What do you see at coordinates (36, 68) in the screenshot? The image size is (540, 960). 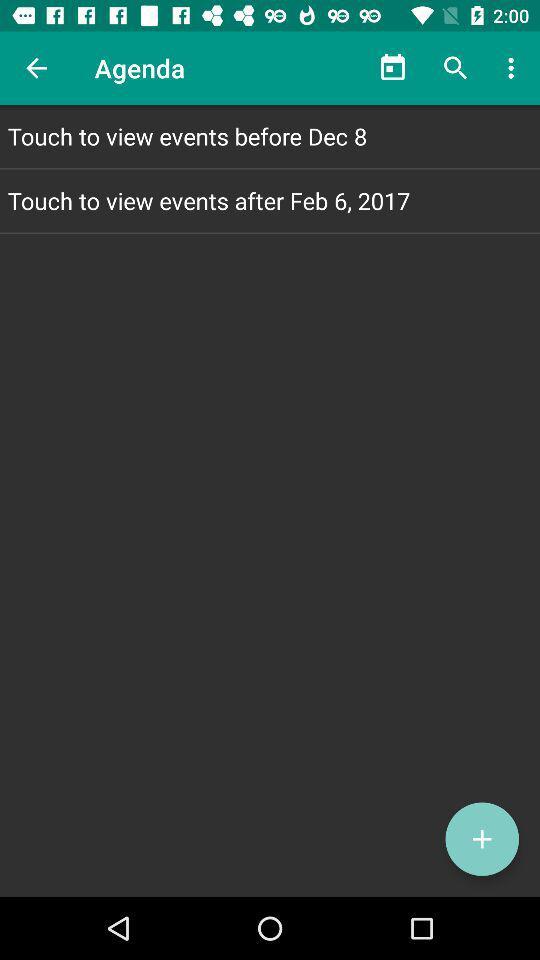 I see `item to the left of agenda` at bounding box center [36, 68].